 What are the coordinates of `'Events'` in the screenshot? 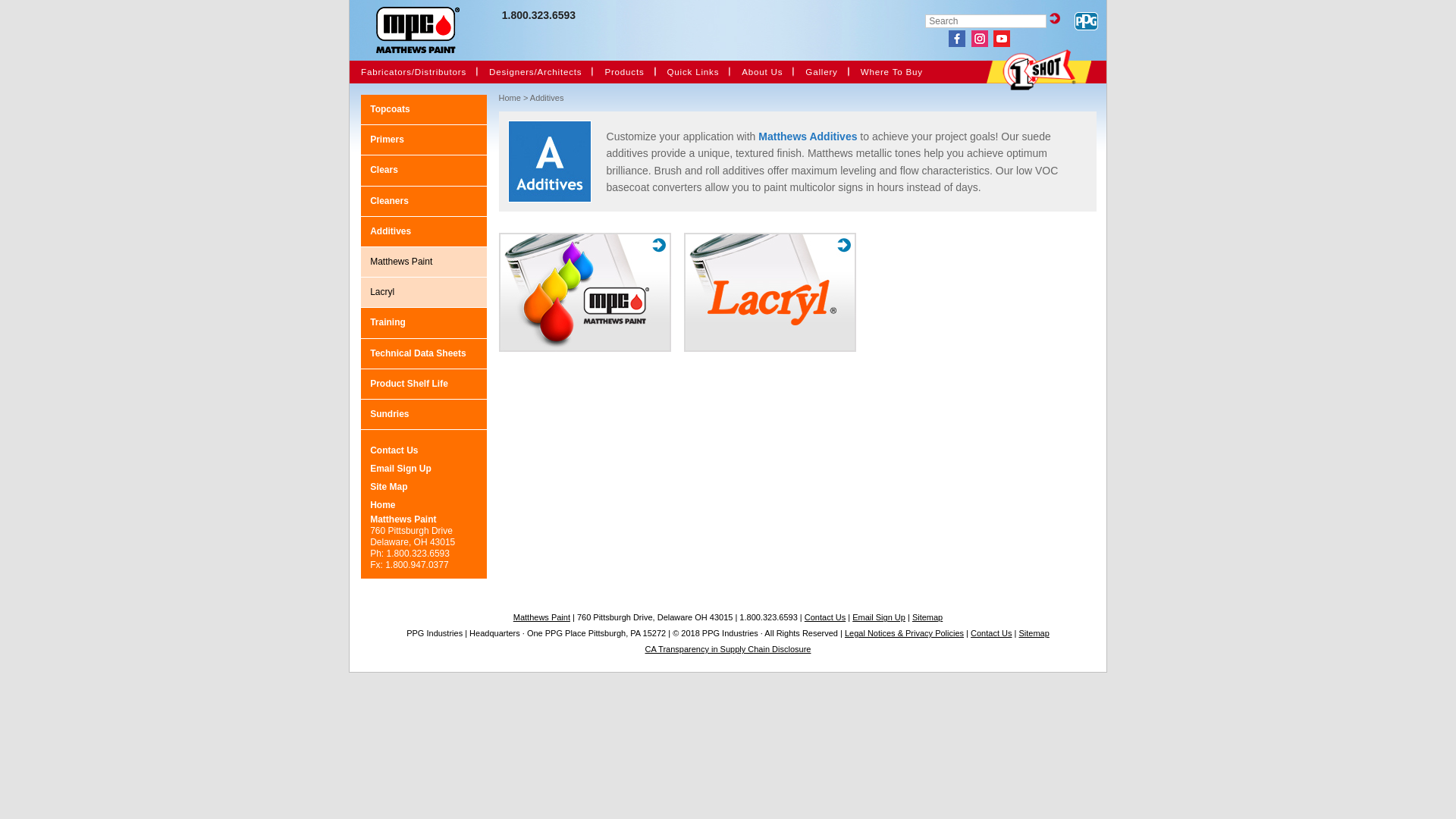 It's located at (742, 96).